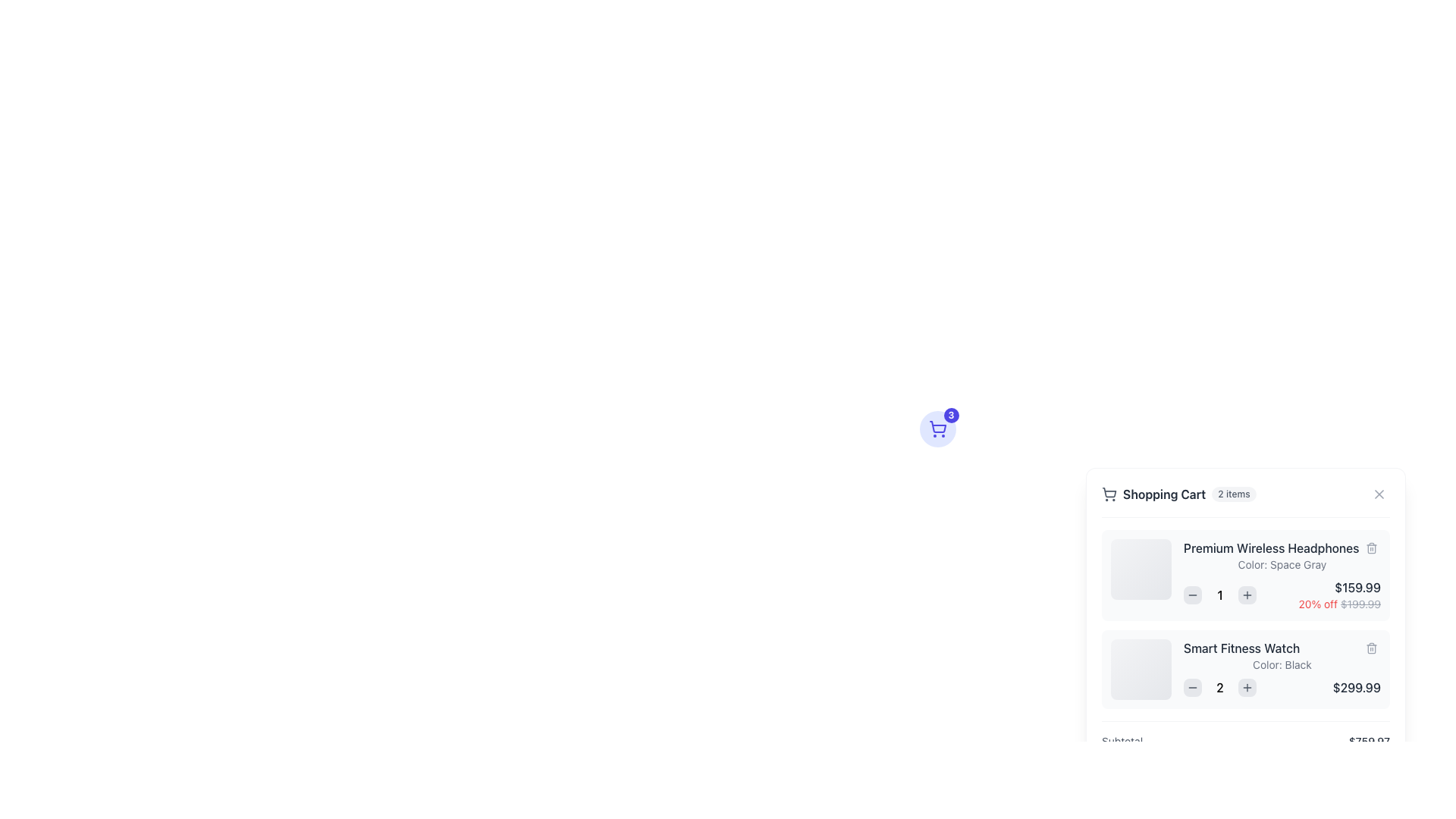 The image size is (1456, 819). I want to click on total price displayed for the 'Smart Fitness Watch' in the shopping cart, located at the far-right of the product entry row, so click(1357, 687).